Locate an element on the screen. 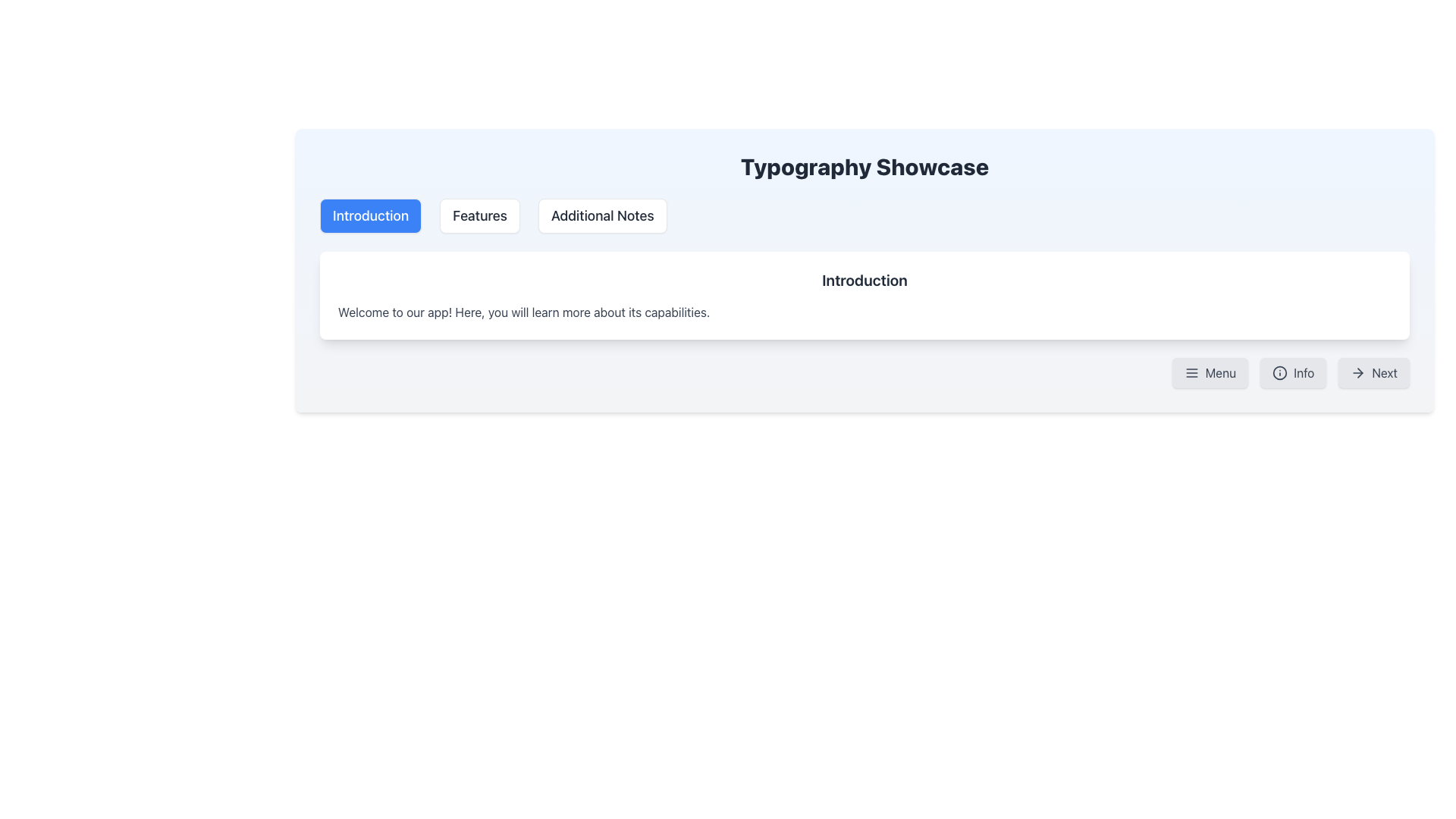  the information icon represented as an 'Info' button with a gray background and an 'i' symbol, located in the bottom-right corner of the interface is located at coordinates (1279, 373).